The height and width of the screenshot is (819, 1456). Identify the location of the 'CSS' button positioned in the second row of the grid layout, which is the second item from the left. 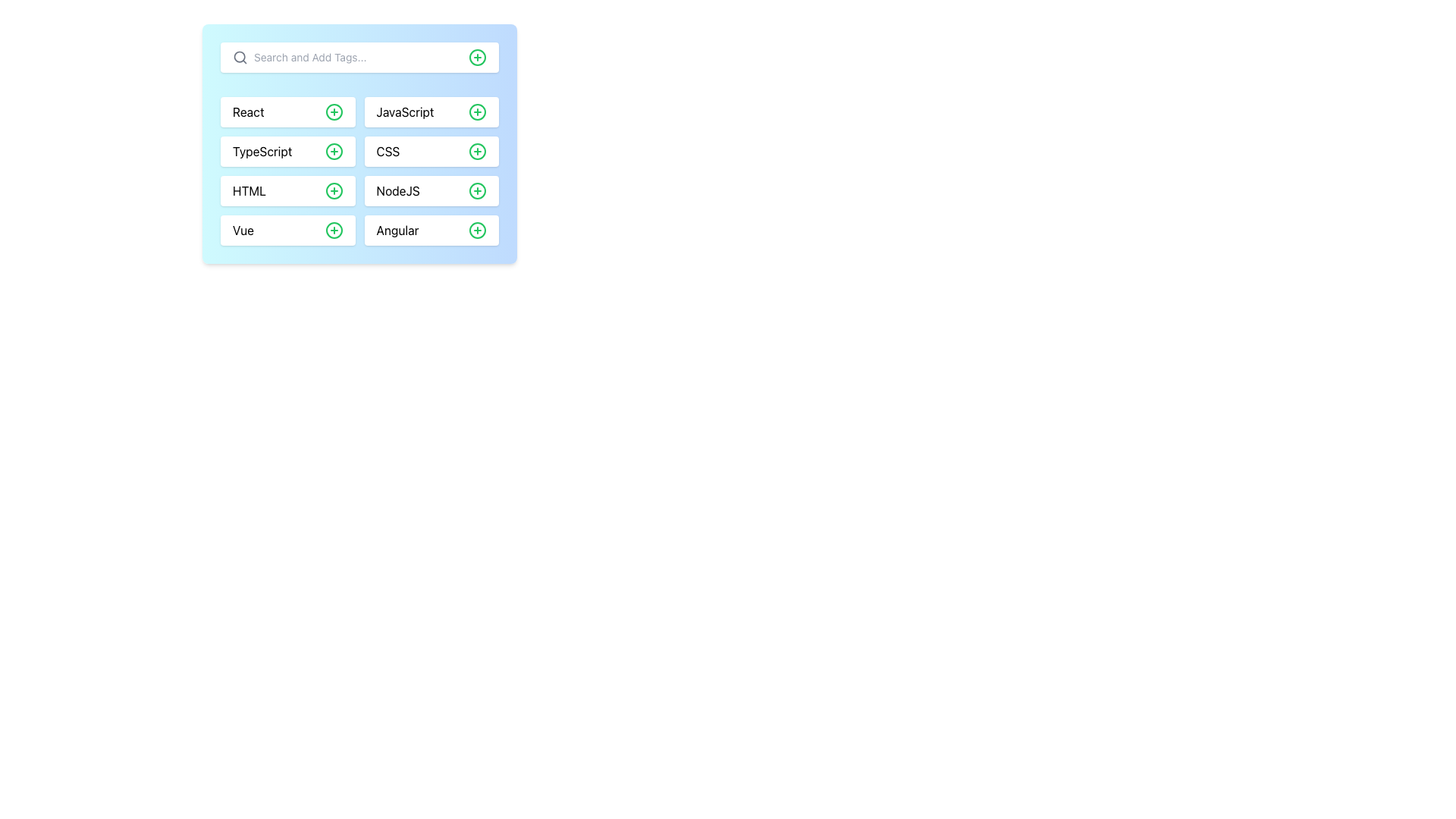
(431, 152).